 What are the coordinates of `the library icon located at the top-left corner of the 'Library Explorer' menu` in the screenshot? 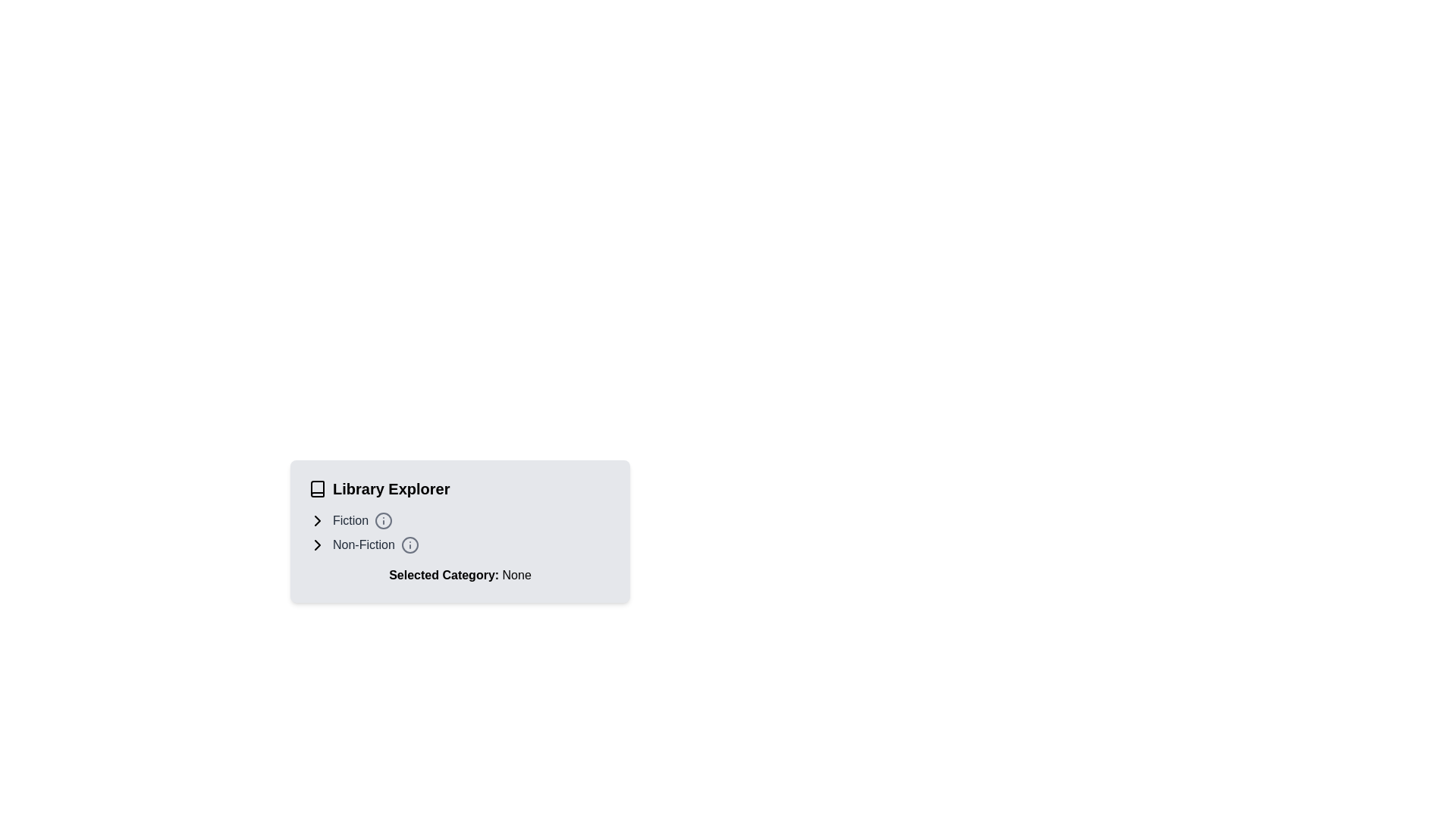 It's located at (316, 488).